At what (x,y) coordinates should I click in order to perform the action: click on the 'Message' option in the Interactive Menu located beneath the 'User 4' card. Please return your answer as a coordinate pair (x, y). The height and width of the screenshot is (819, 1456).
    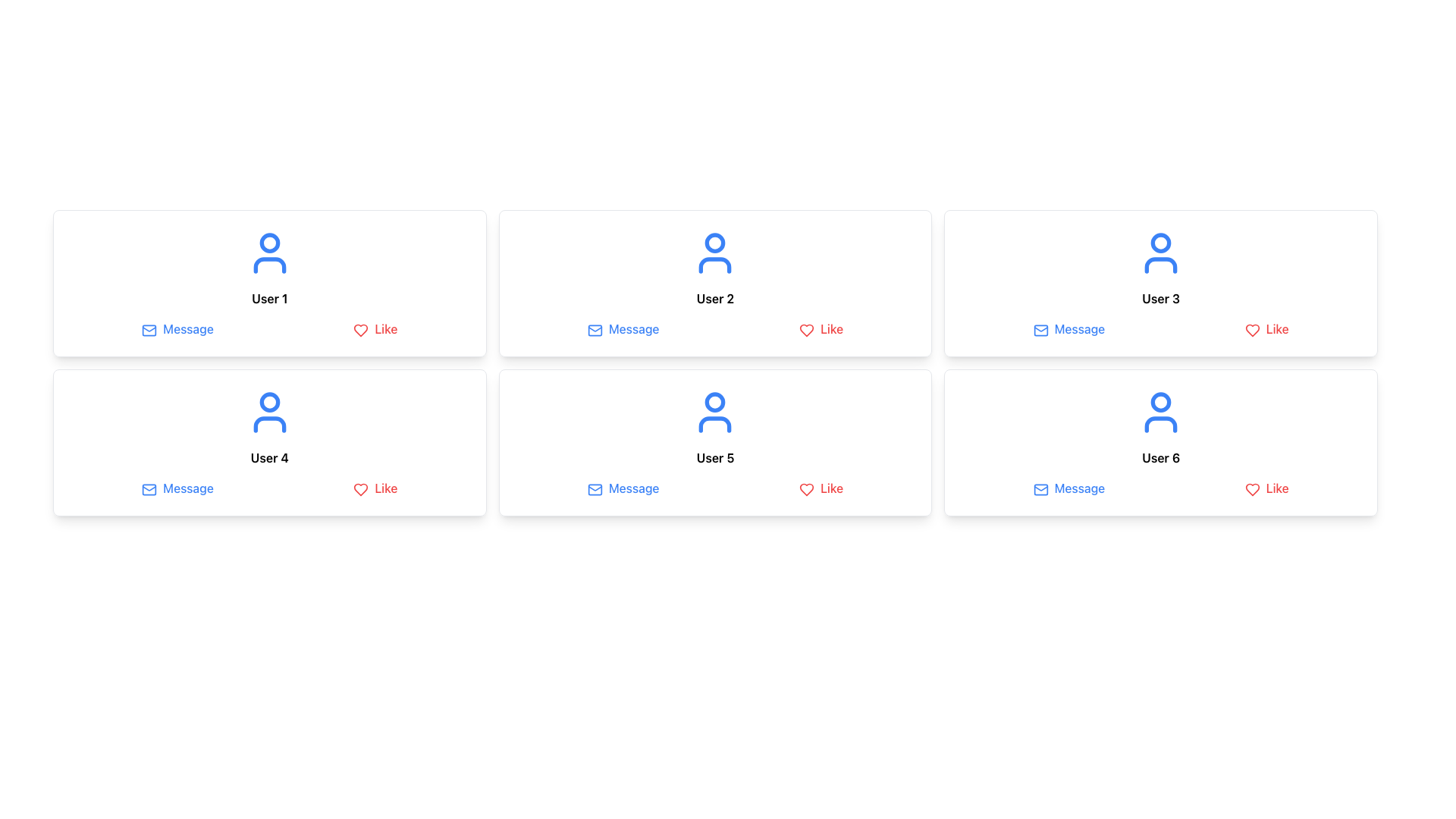
    Looking at the image, I should click on (269, 488).